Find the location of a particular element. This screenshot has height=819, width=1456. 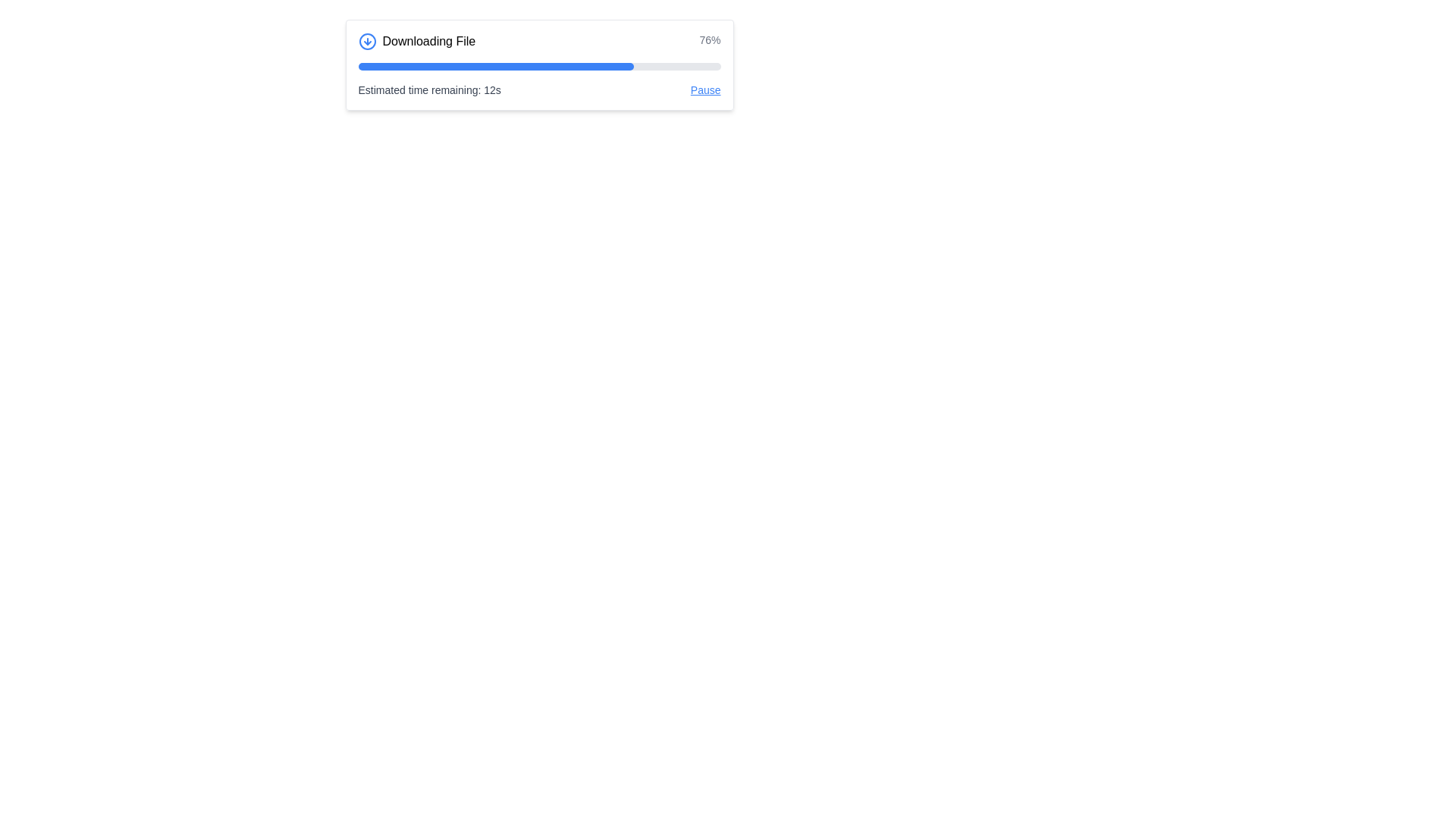

the text link labeled 'Pause', which is styled in blue and underlined, located to the right of the text 'Estimated time remaining: 12s' in the bottom-right corner of a progress box is located at coordinates (704, 90).